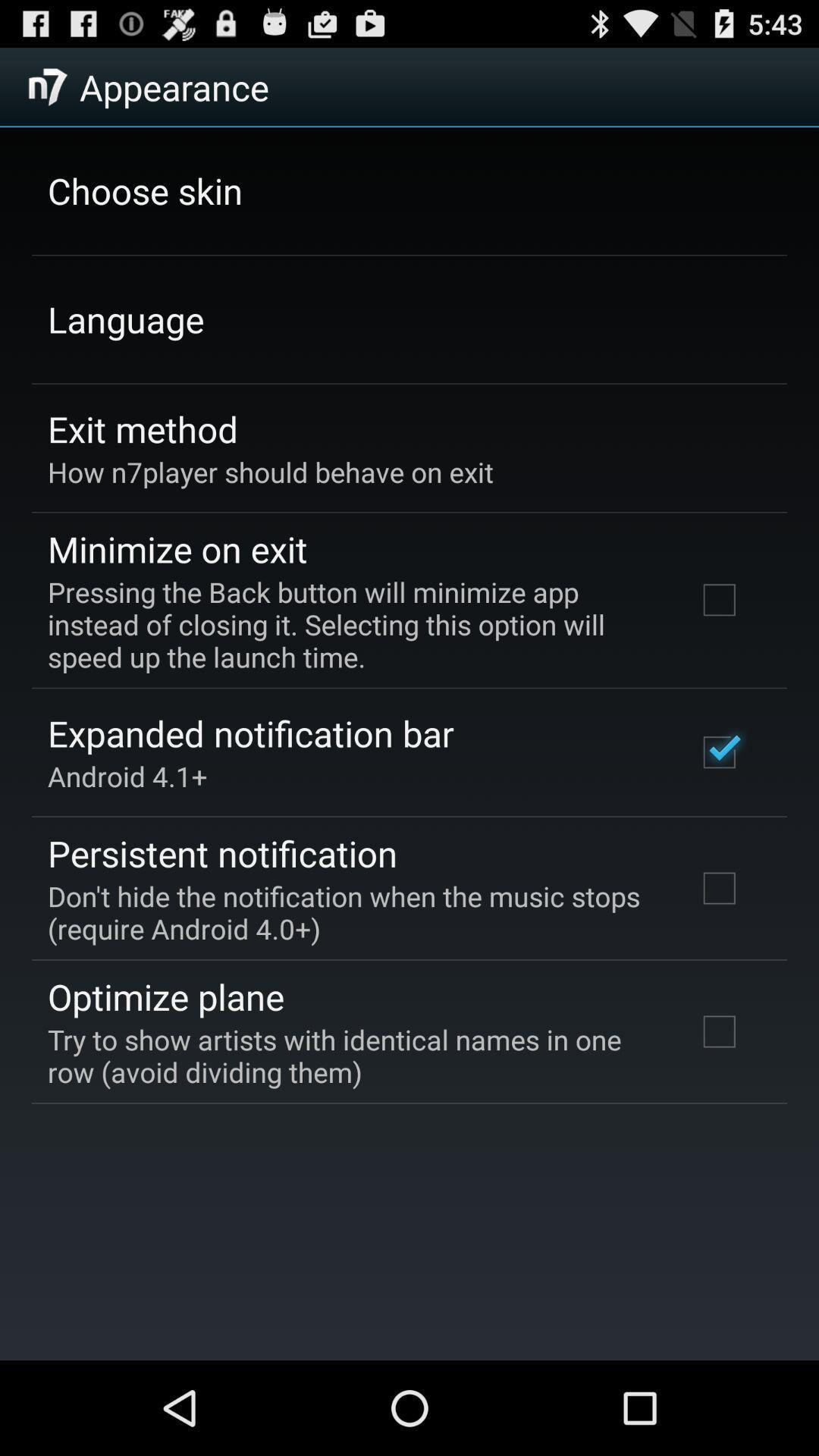 Image resolution: width=819 pixels, height=1456 pixels. Describe the element at coordinates (125, 318) in the screenshot. I see `the app below the choose skin` at that location.